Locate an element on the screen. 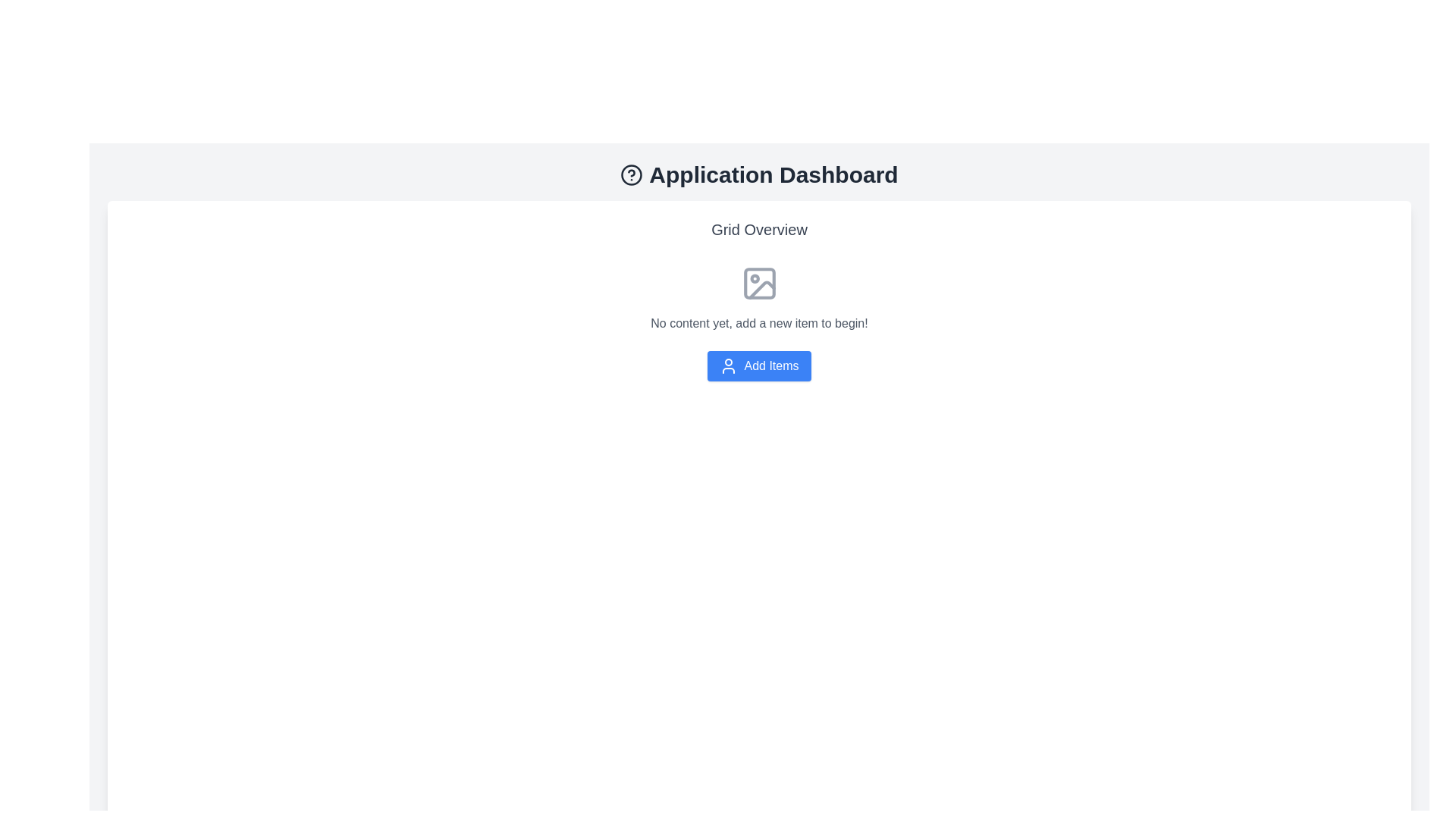 This screenshot has height=819, width=1456. the gray outlined icon resembling an image with a square and circle layout, which is centrally positioned above the text 'No content yet, add a new item to begin!' is located at coordinates (759, 284).